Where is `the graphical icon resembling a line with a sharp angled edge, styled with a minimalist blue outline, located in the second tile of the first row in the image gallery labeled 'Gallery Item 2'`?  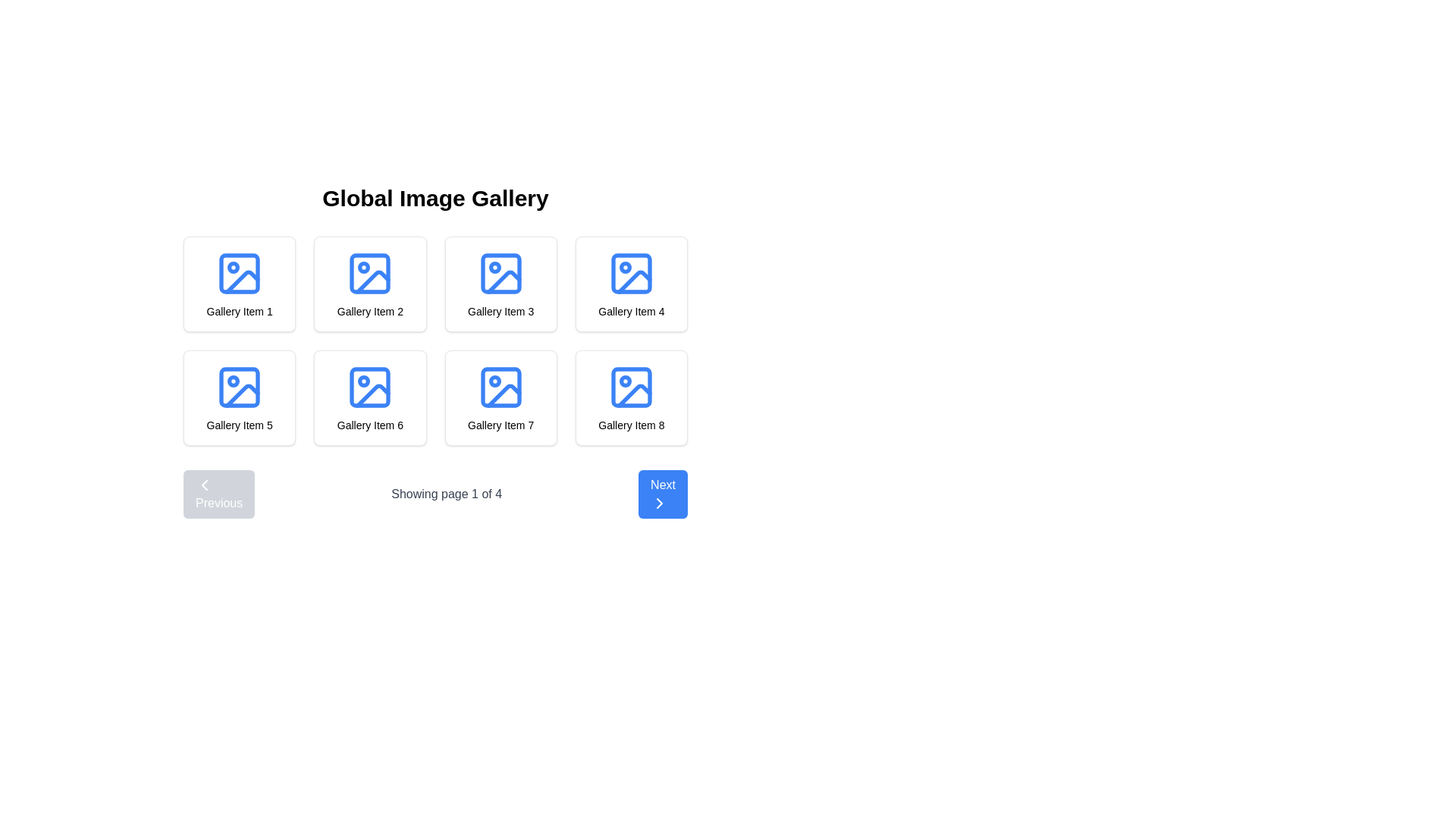 the graphical icon resembling a line with a sharp angled edge, styled with a minimalist blue outline, located in the second tile of the first row in the image gallery labeled 'Gallery Item 2' is located at coordinates (373, 282).